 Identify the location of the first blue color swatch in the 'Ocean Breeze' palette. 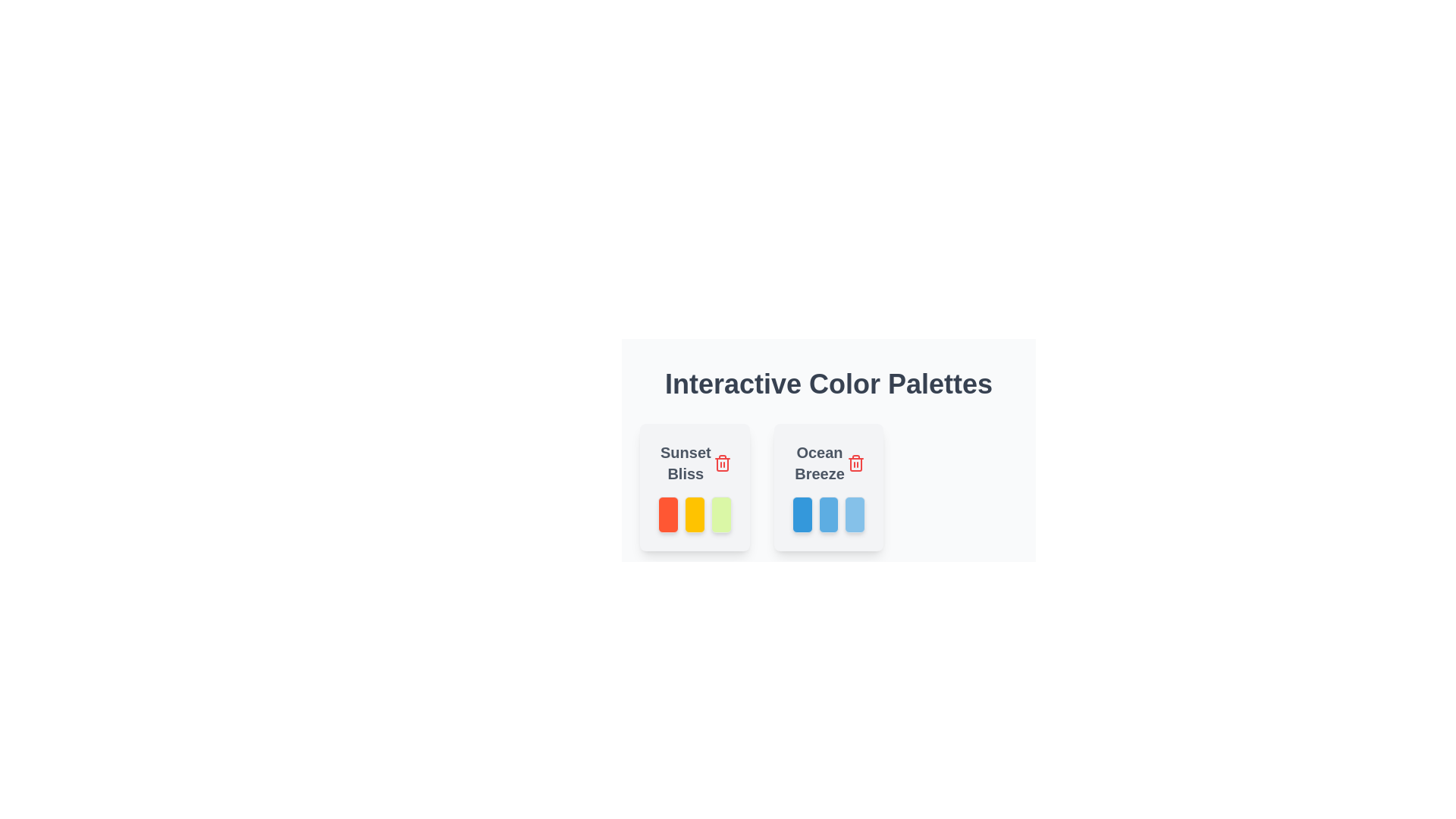
(802, 513).